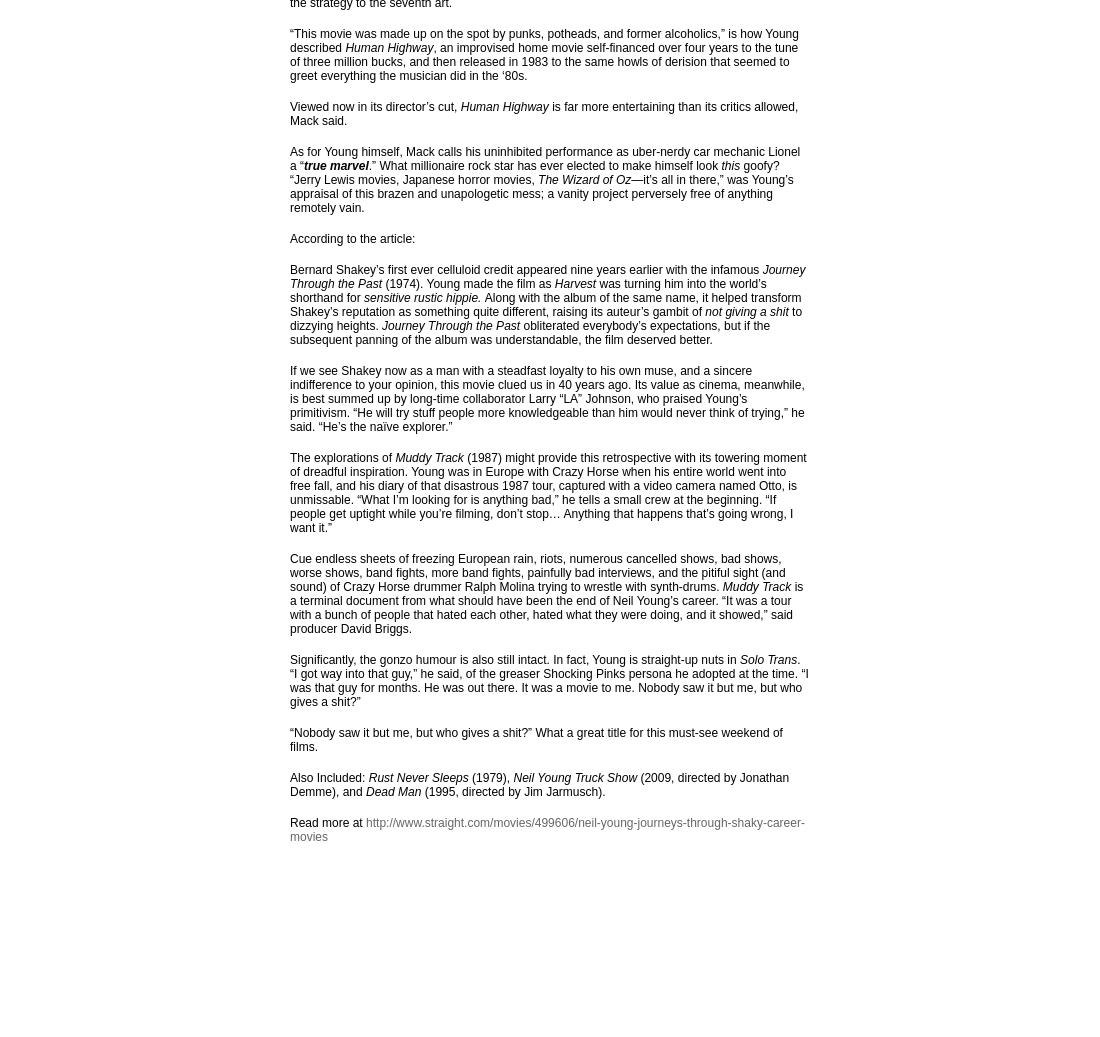 This screenshot has height=1037, width=1100. Describe the element at coordinates (546, 606) in the screenshot. I see `'is a terminal document from what should have been the end of Neil Young’s career. “It was a tour with a bunch of people that hated each other, hated what they were doing, and it showed,” said producer David Briggs.'` at that location.